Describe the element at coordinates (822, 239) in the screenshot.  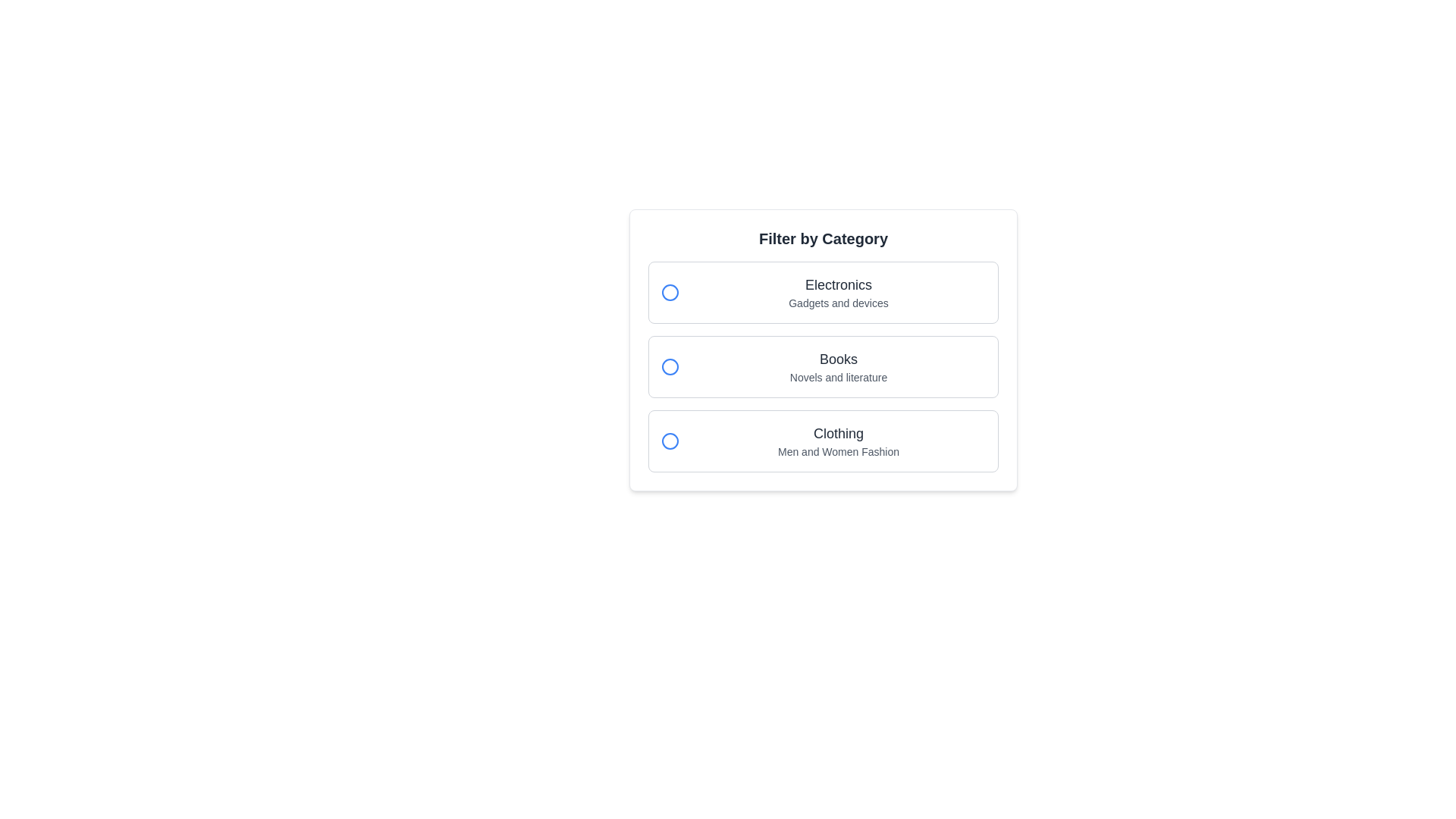
I see `the bold text label displaying 'Filter by Category' located above the category selection options` at that location.